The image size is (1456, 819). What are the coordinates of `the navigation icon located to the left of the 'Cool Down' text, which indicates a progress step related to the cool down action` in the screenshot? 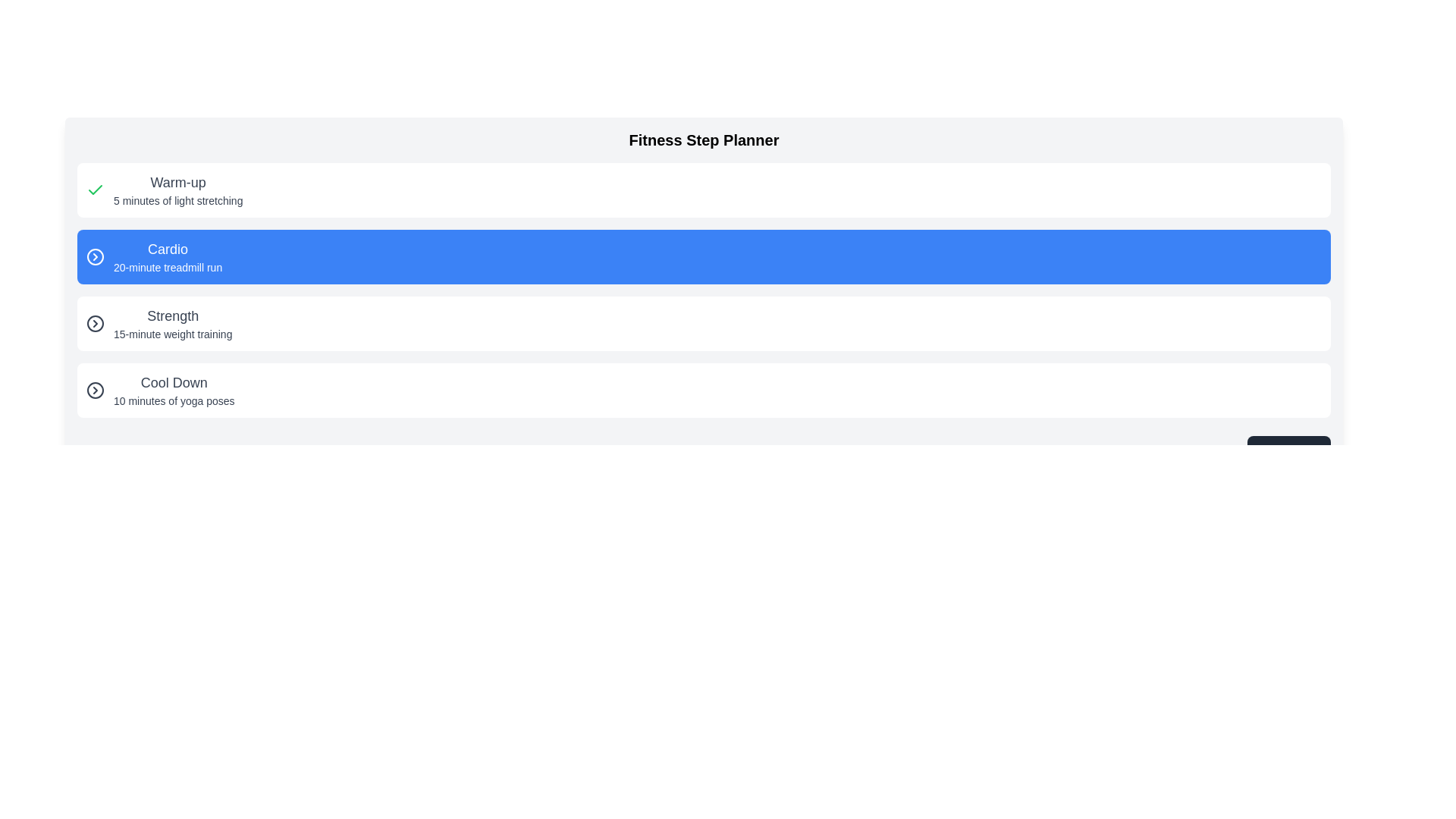 It's located at (94, 390).